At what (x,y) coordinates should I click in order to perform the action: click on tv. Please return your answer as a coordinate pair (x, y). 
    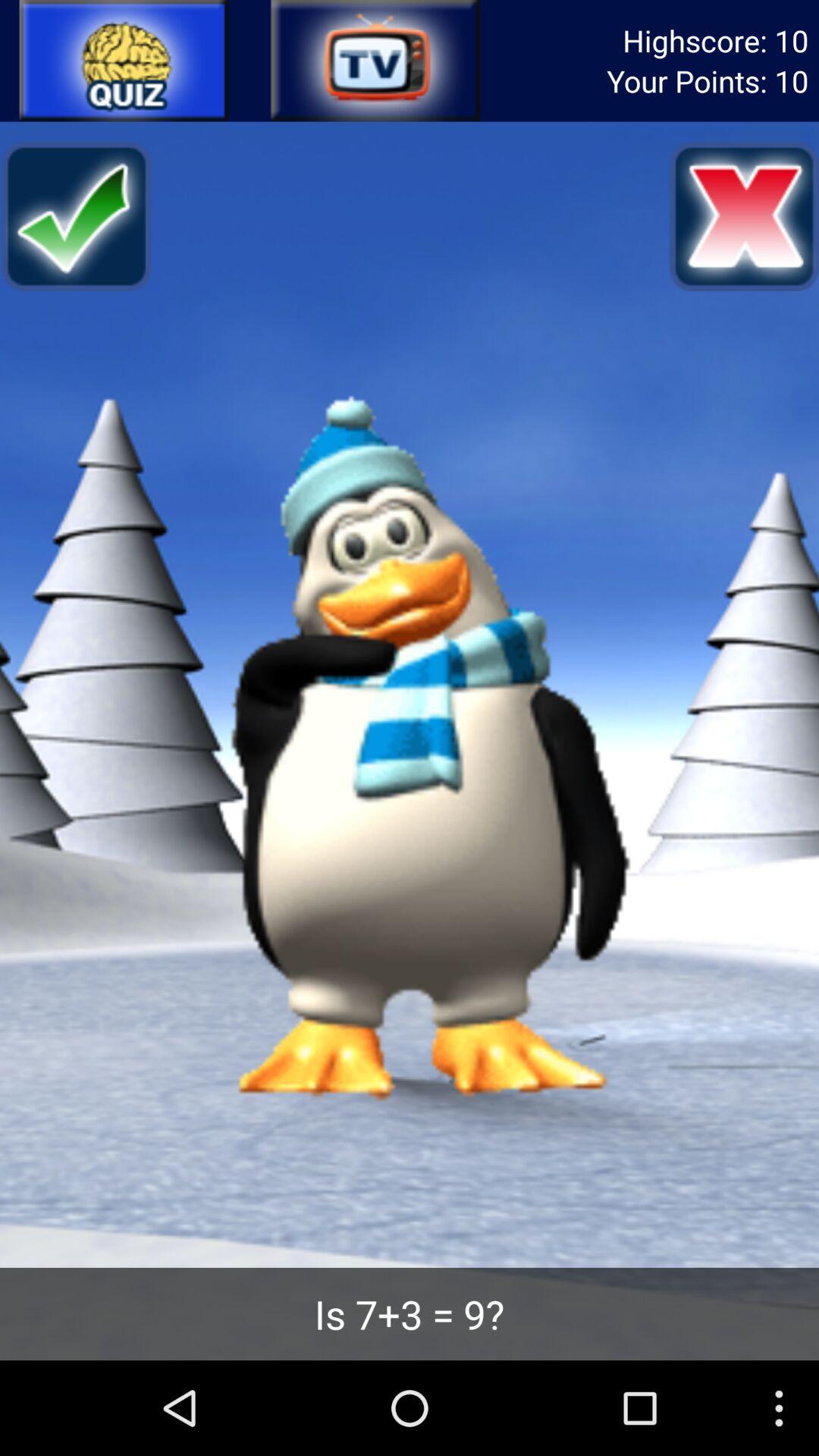
    Looking at the image, I should click on (374, 61).